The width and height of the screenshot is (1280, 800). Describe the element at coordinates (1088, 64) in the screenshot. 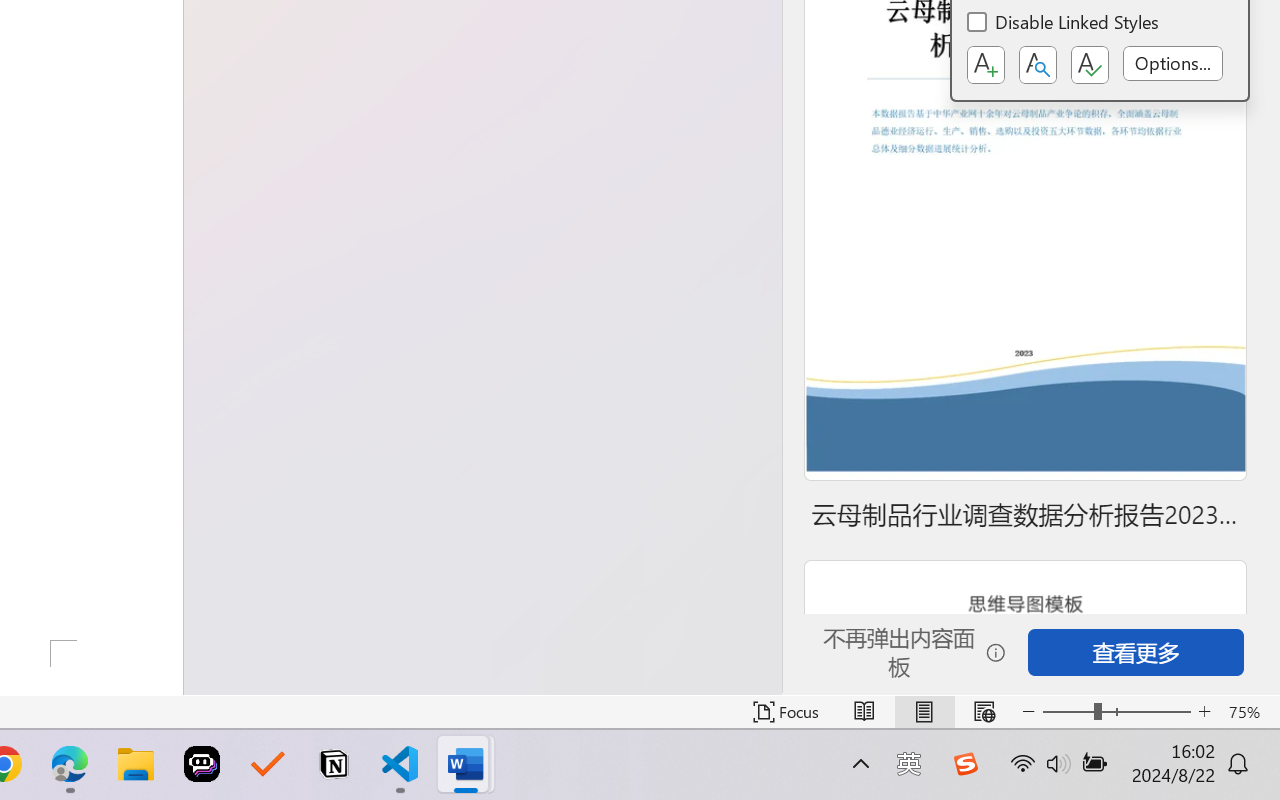

I see `'Class: NetUIButton'` at that location.